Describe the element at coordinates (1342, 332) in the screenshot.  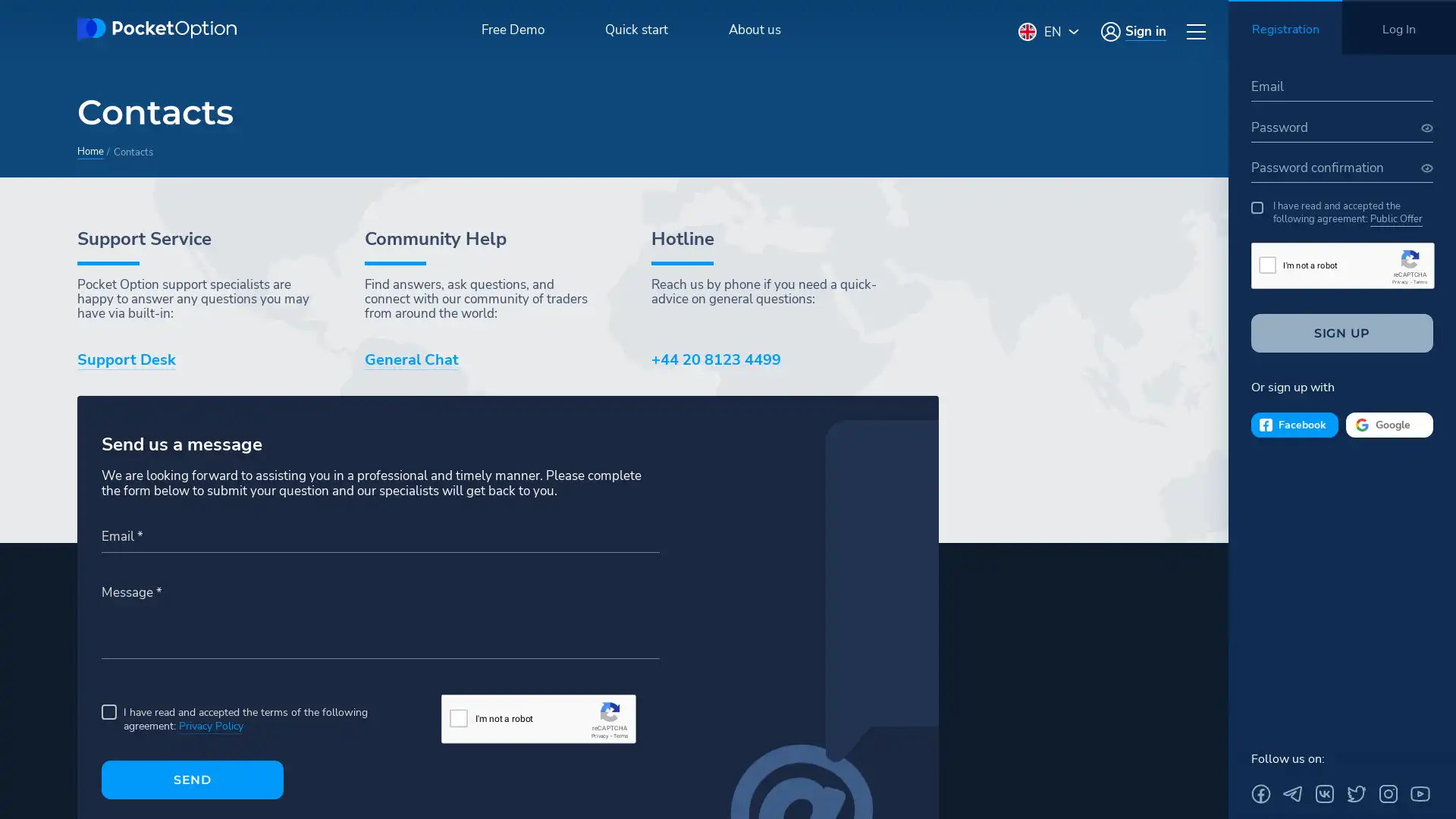
I see `SIGN UP` at that location.